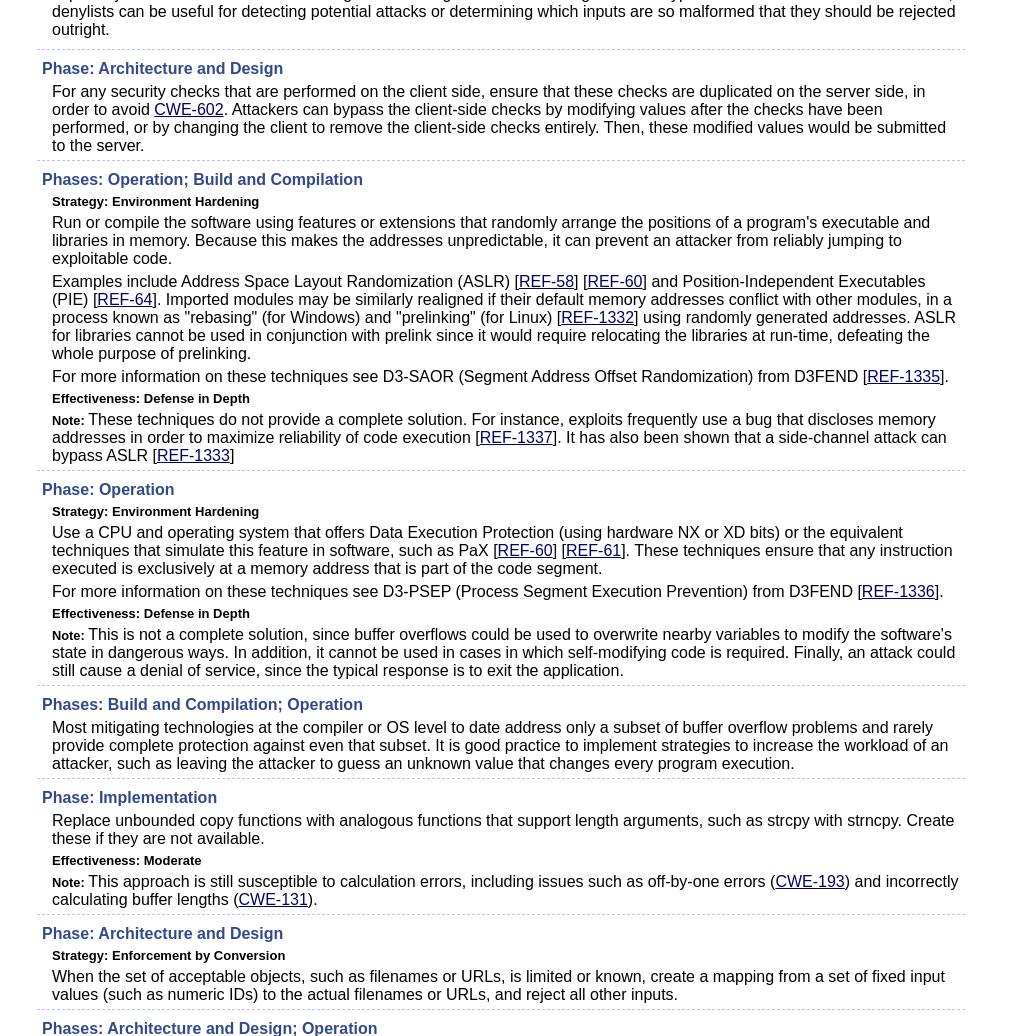 This screenshot has height=1036, width=1020. Describe the element at coordinates (596, 317) in the screenshot. I see `'REF-1332'` at that location.